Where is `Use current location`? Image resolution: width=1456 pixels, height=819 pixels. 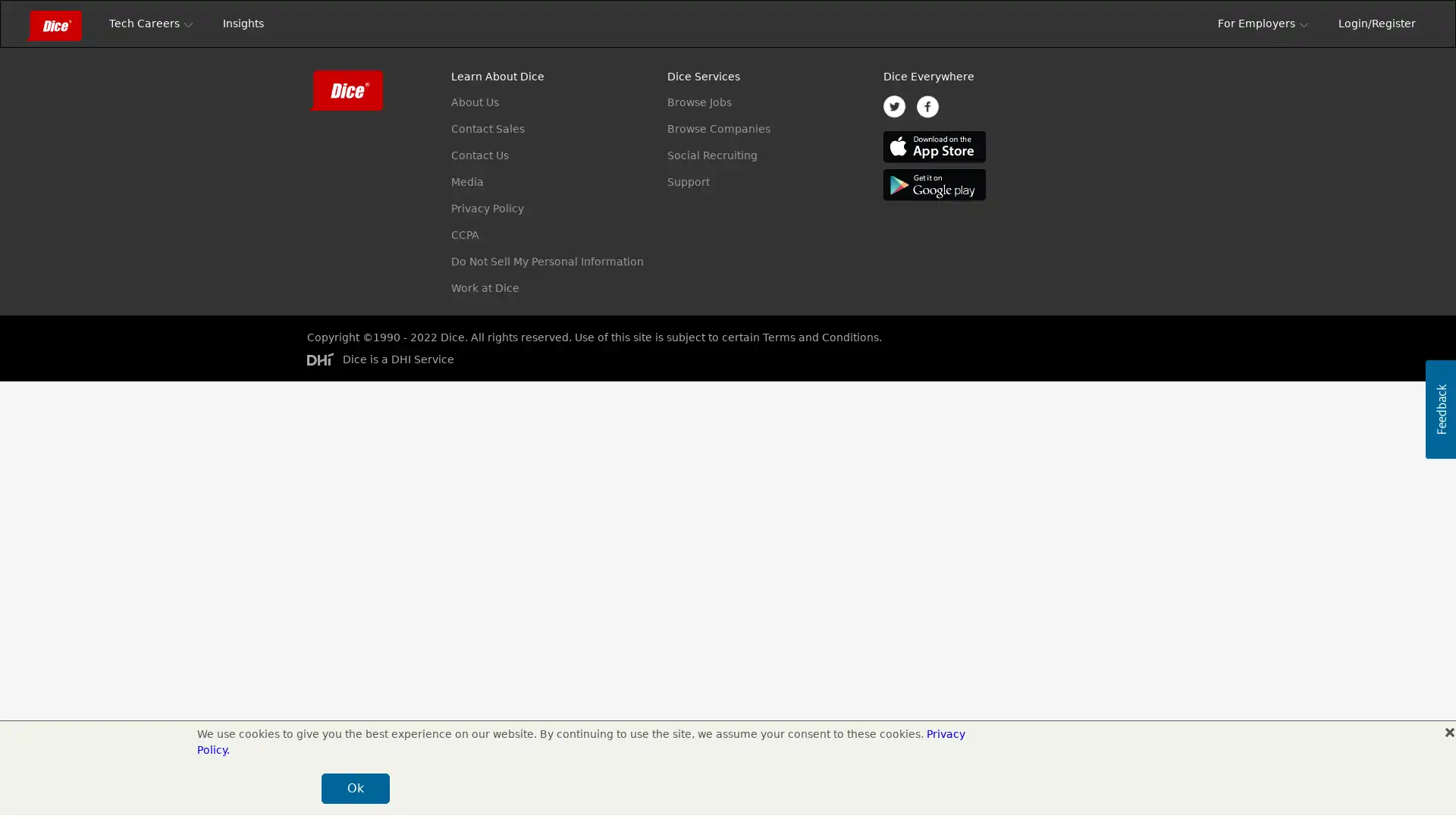 Use current location is located at coordinates (688, 79).